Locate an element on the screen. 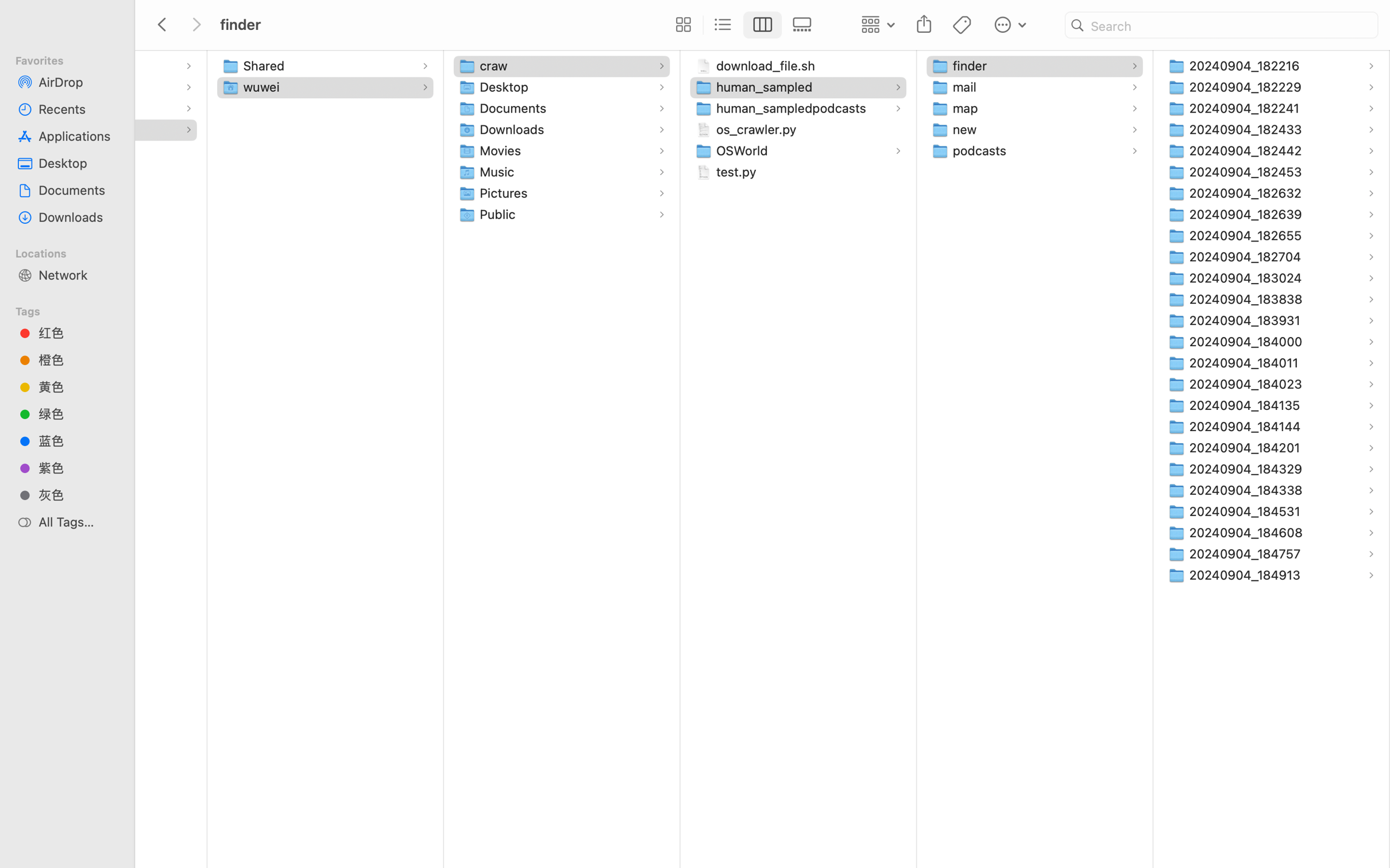  '<AXUIElement 0x150118140> {pid=510}' is located at coordinates (742, 25).